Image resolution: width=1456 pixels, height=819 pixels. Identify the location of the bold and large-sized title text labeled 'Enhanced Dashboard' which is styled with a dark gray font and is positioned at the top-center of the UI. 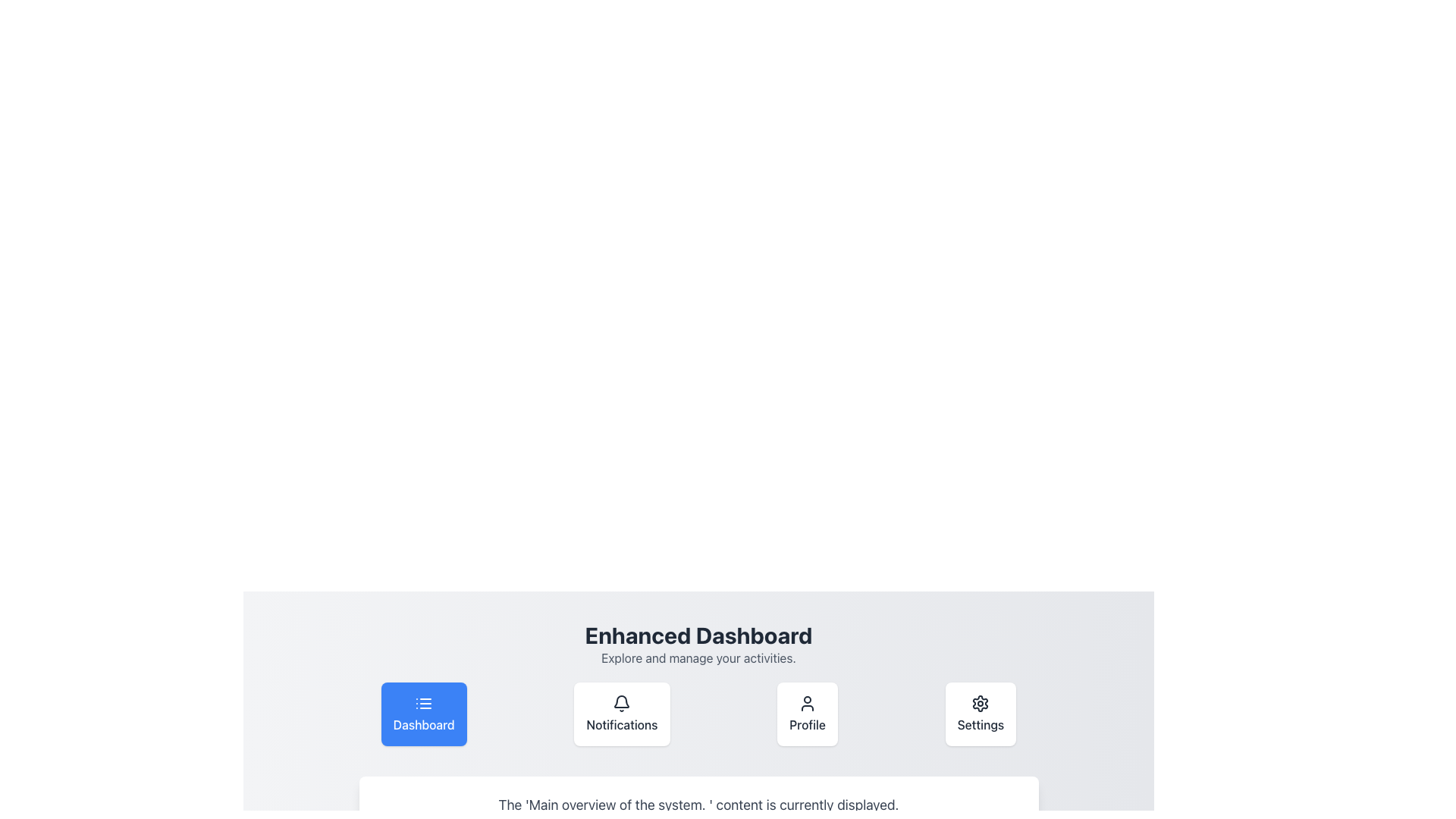
(698, 635).